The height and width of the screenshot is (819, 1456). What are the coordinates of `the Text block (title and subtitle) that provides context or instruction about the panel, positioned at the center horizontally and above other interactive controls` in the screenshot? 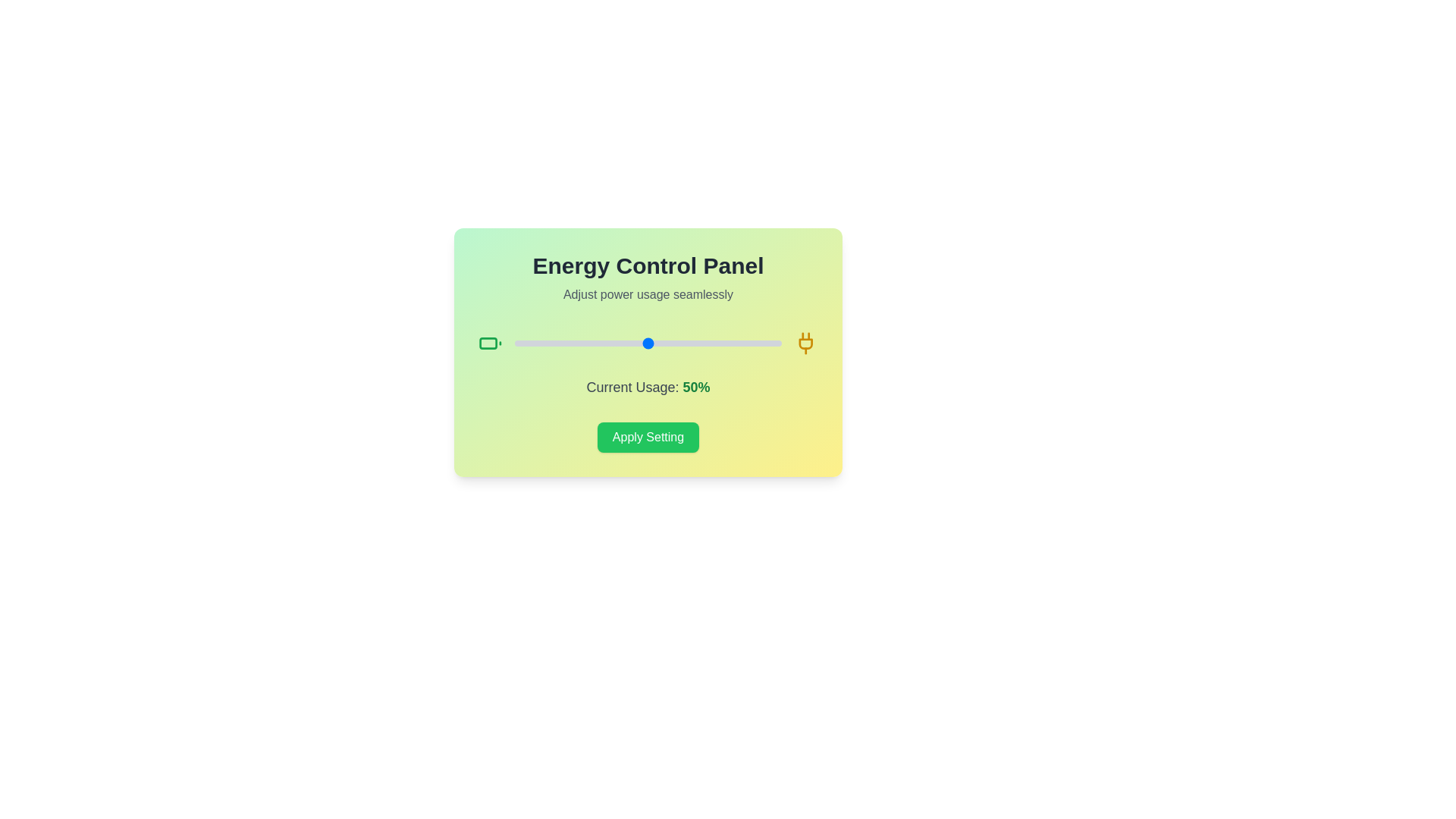 It's located at (648, 278).